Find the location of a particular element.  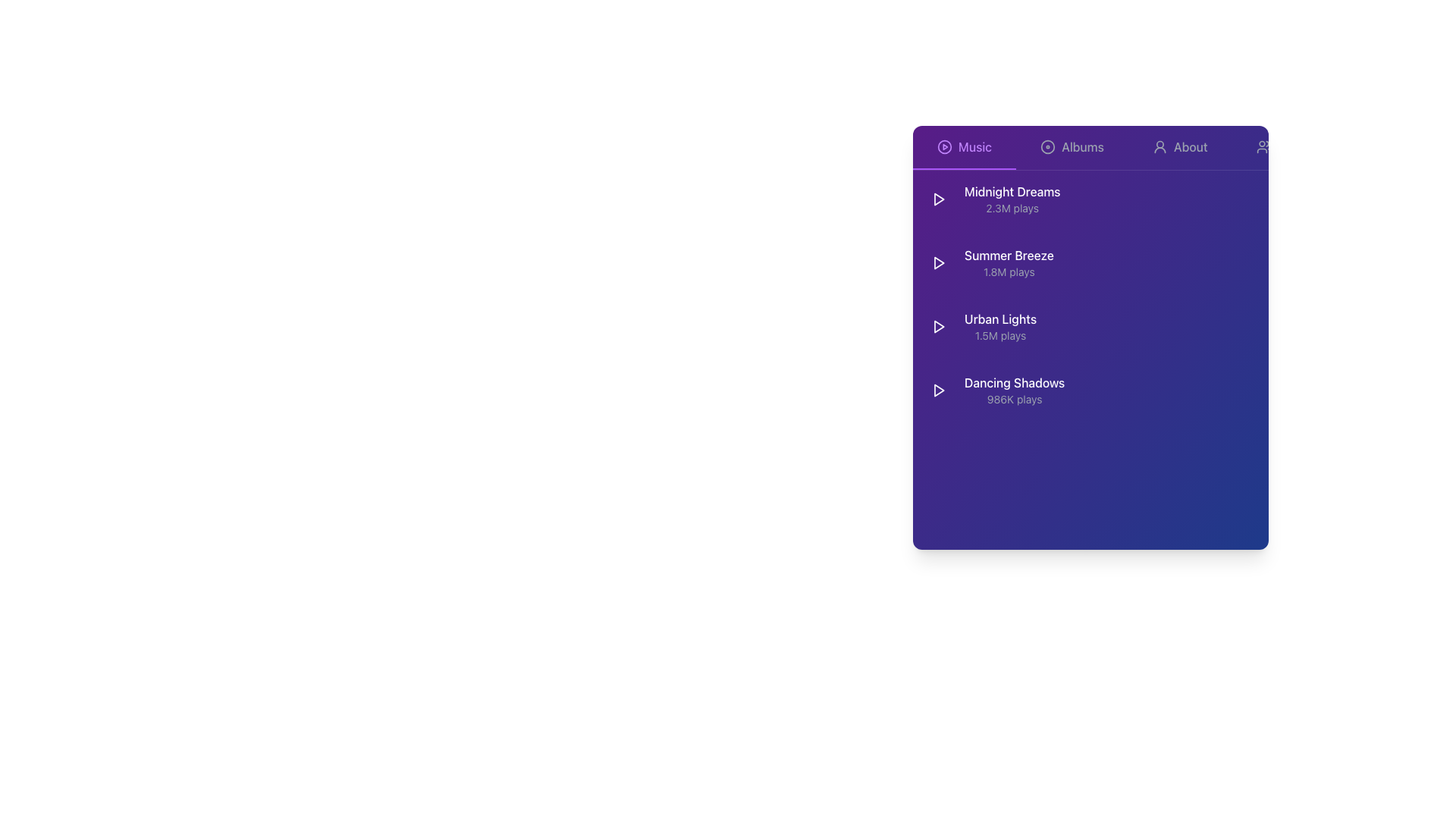

the second list item displaying a song title and play count, located on a purple background is located at coordinates (989, 262).